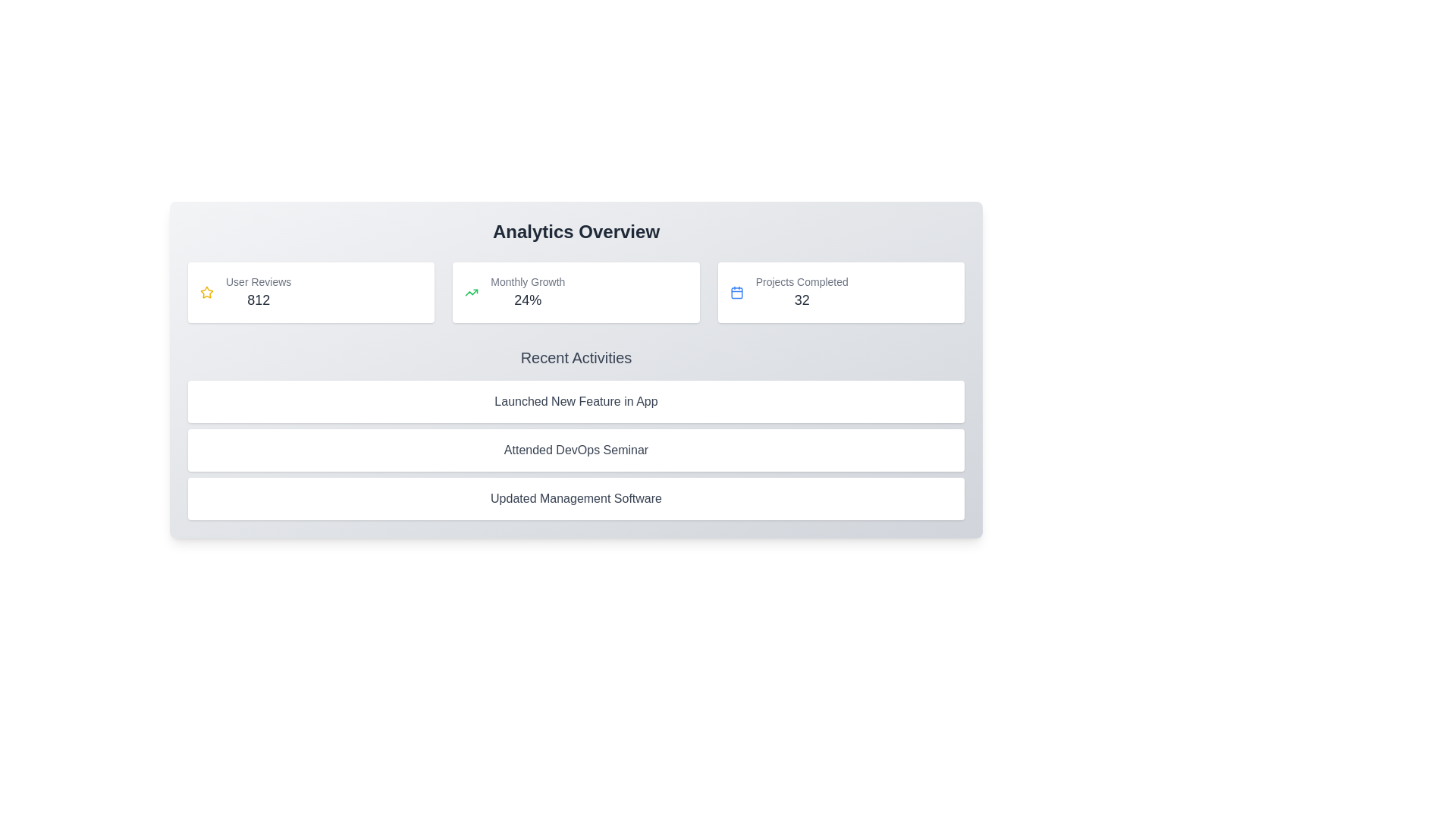  What do you see at coordinates (471, 292) in the screenshot?
I see `the upward growth trend icon located in the top-center section of the interface within the 'Monthly Growth' card, positioned to the left of the text '24%'` at bounding box center [471, 292].